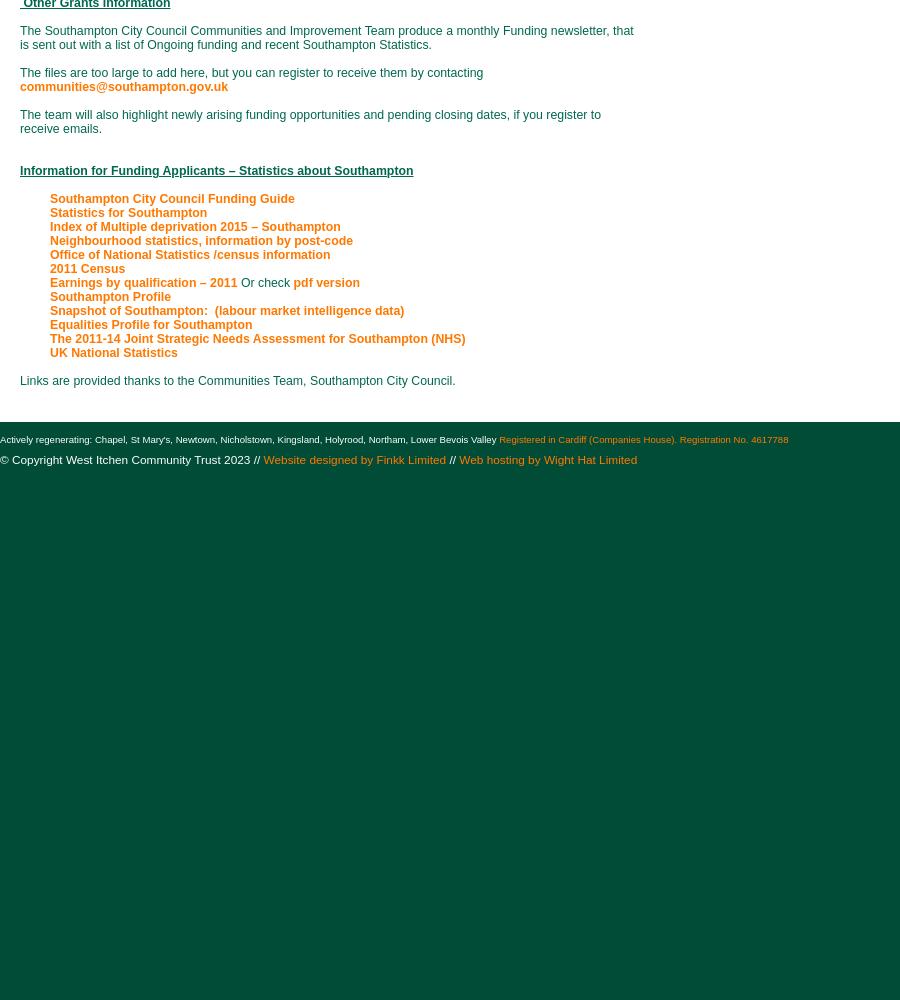 The image size is (900, 1000). I want to click on 'Information for Funding Applicants – Statistics about Southampton', so click(216, 171).